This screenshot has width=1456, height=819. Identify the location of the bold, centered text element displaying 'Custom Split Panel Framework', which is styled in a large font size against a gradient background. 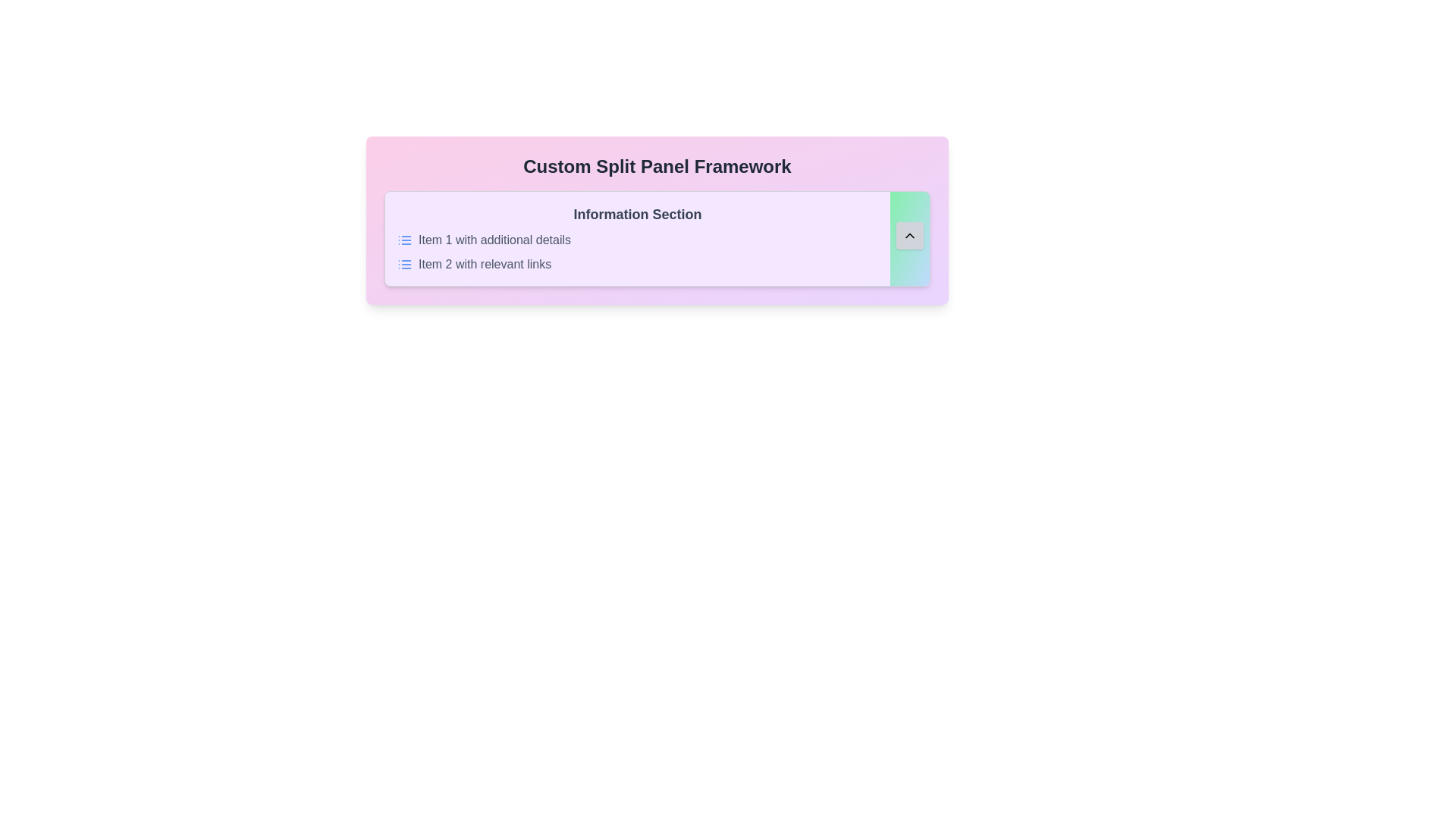
(657, 166).